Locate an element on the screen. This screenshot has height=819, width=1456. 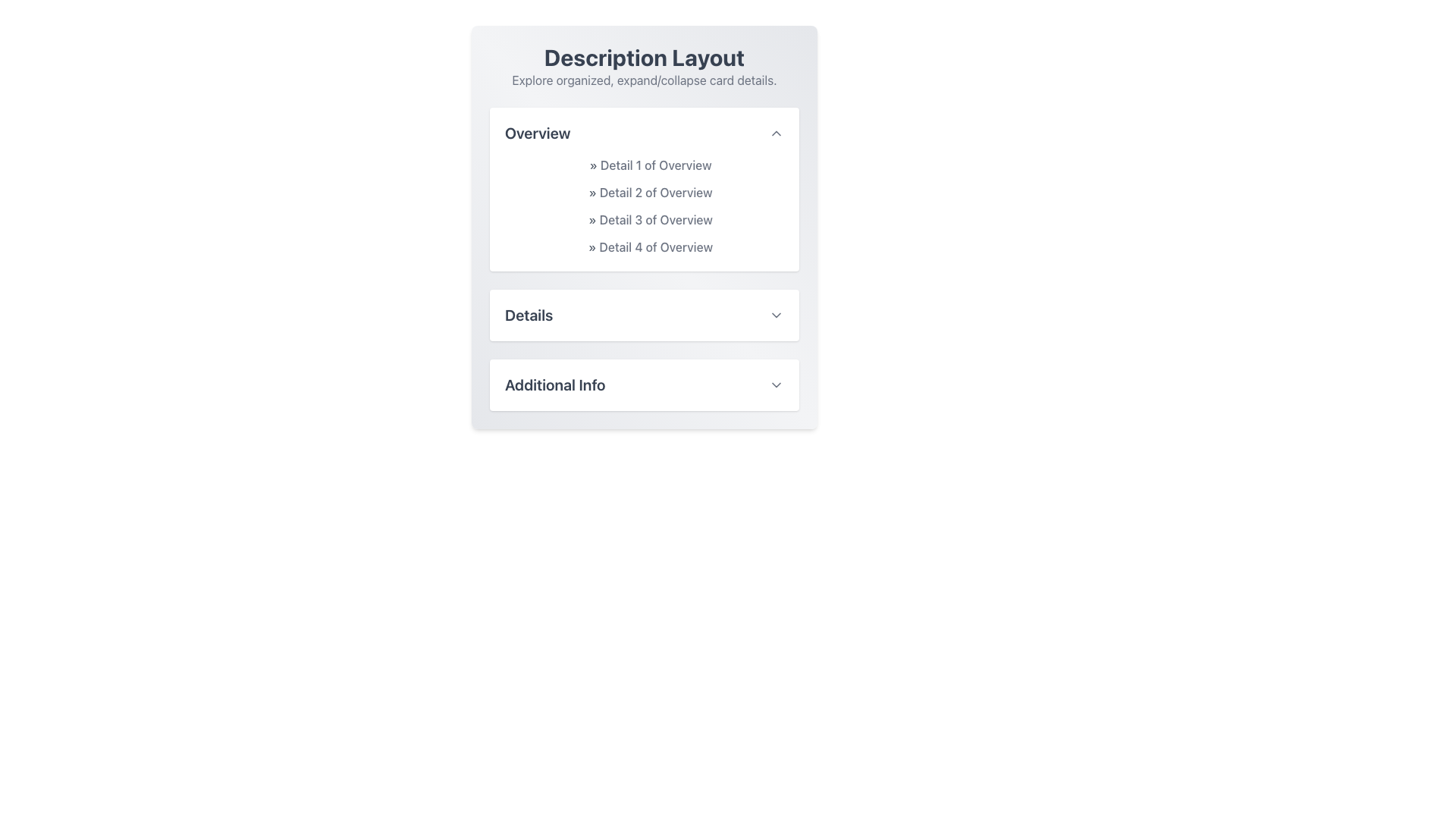
the second line text label under the 'Overview' section that provides contextual information is located at coordinates (644, 192).